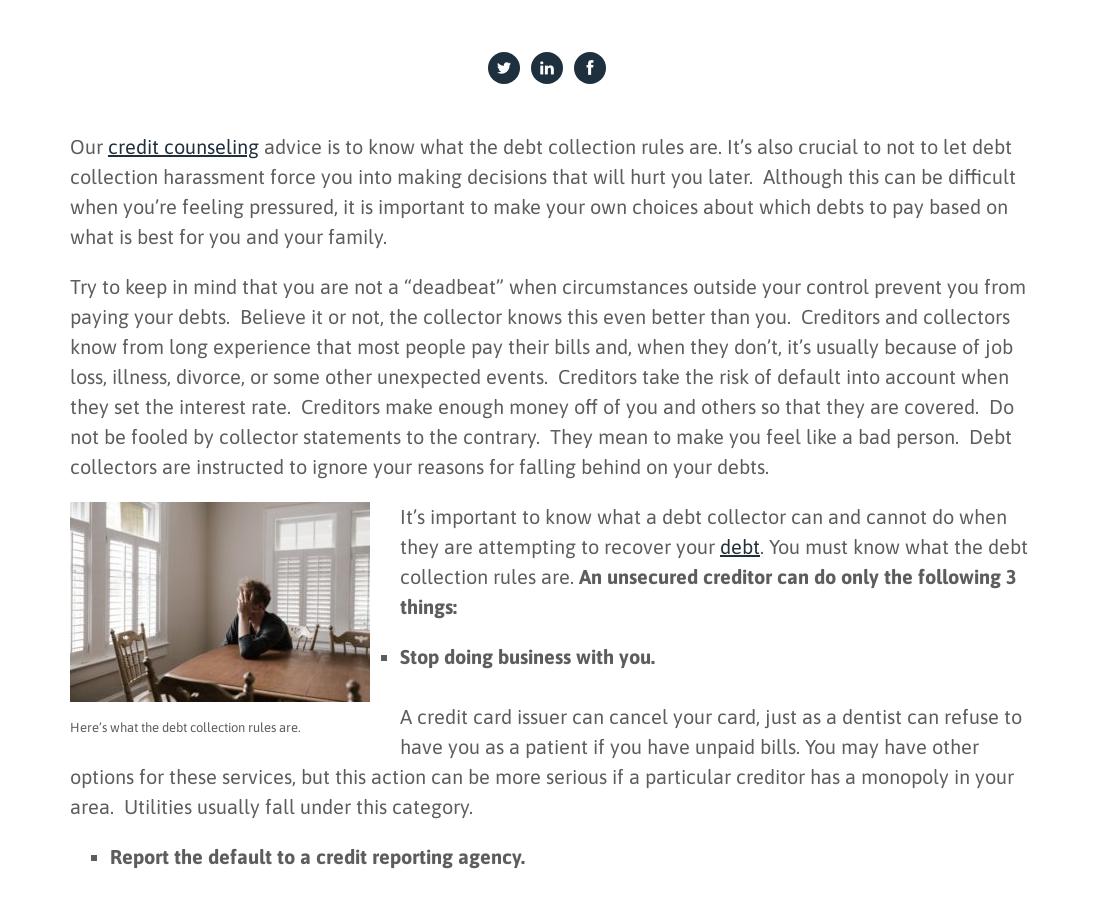 The image size is (1100, 907). I want to click on 'how to get out of debt', so click(331, 664).